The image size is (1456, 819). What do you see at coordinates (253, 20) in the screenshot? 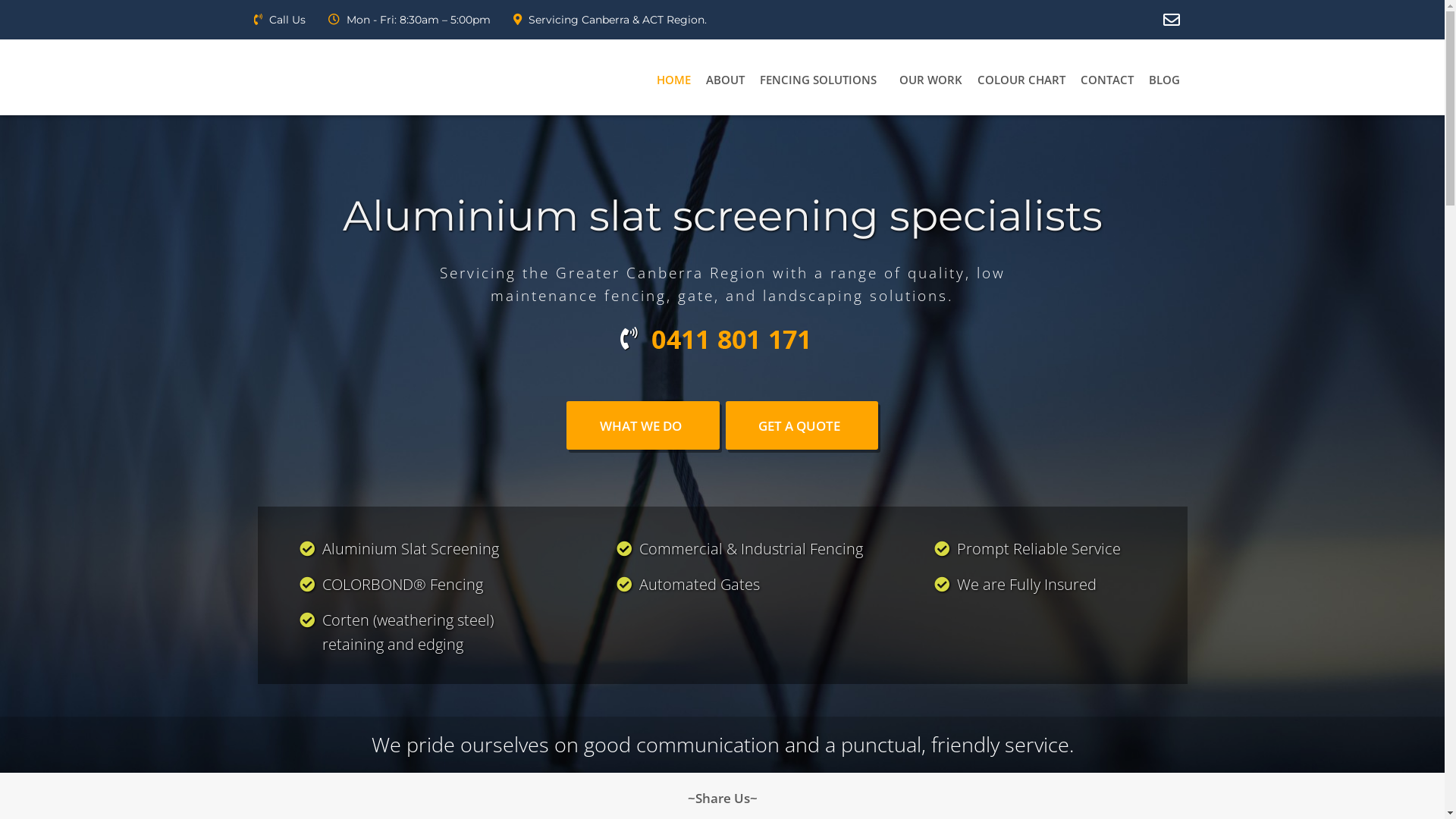
I see `'Call Us'` at bounding box center [253, 20].